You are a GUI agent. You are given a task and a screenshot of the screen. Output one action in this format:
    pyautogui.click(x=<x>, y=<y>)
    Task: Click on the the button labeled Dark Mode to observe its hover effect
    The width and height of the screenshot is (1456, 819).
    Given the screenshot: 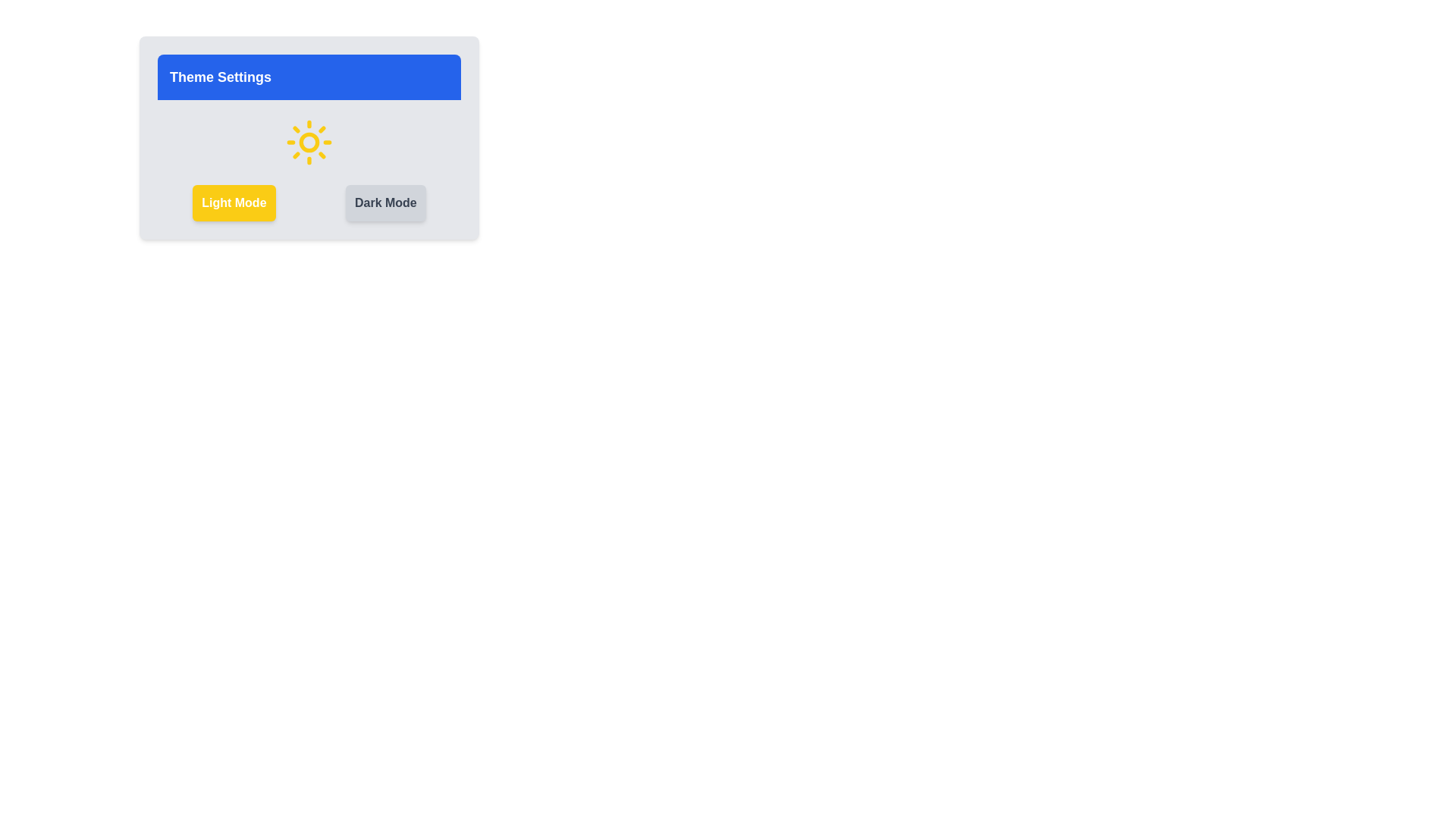 What is the action you would take?
    pyautogui.click(x=385, y=202)
    